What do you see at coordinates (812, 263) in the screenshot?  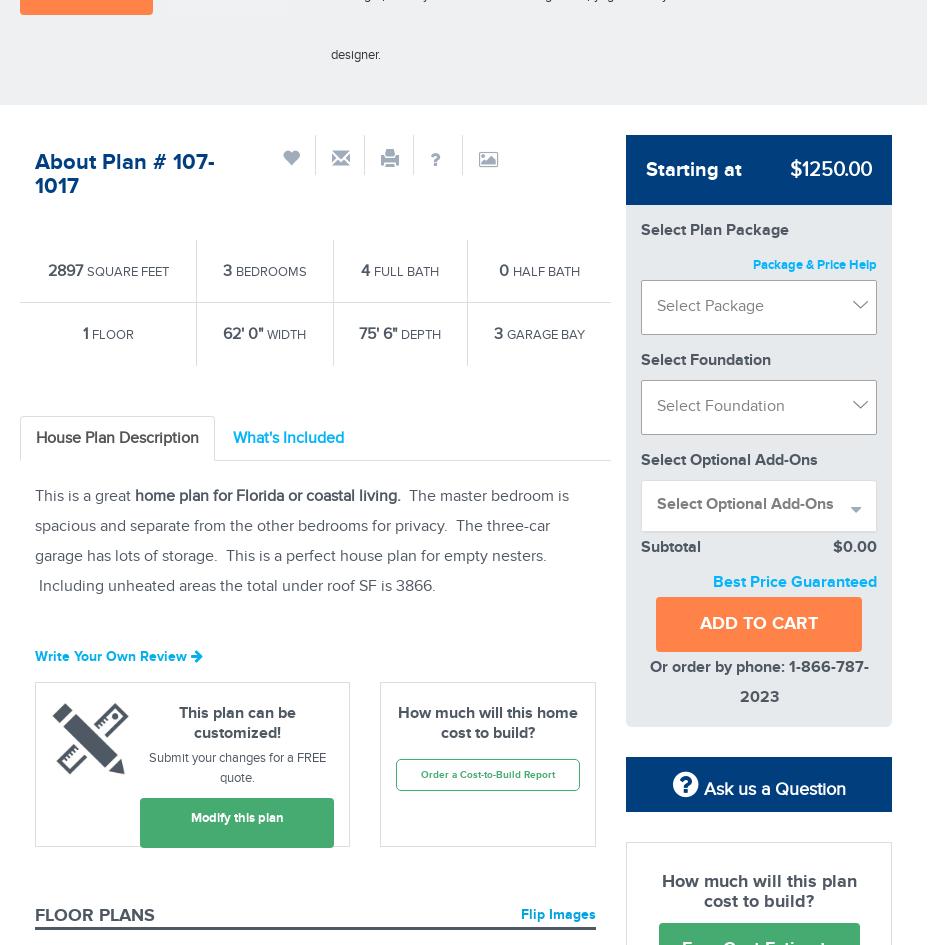 I see `'Package & Price Help'` at bounding box center [812, 263].